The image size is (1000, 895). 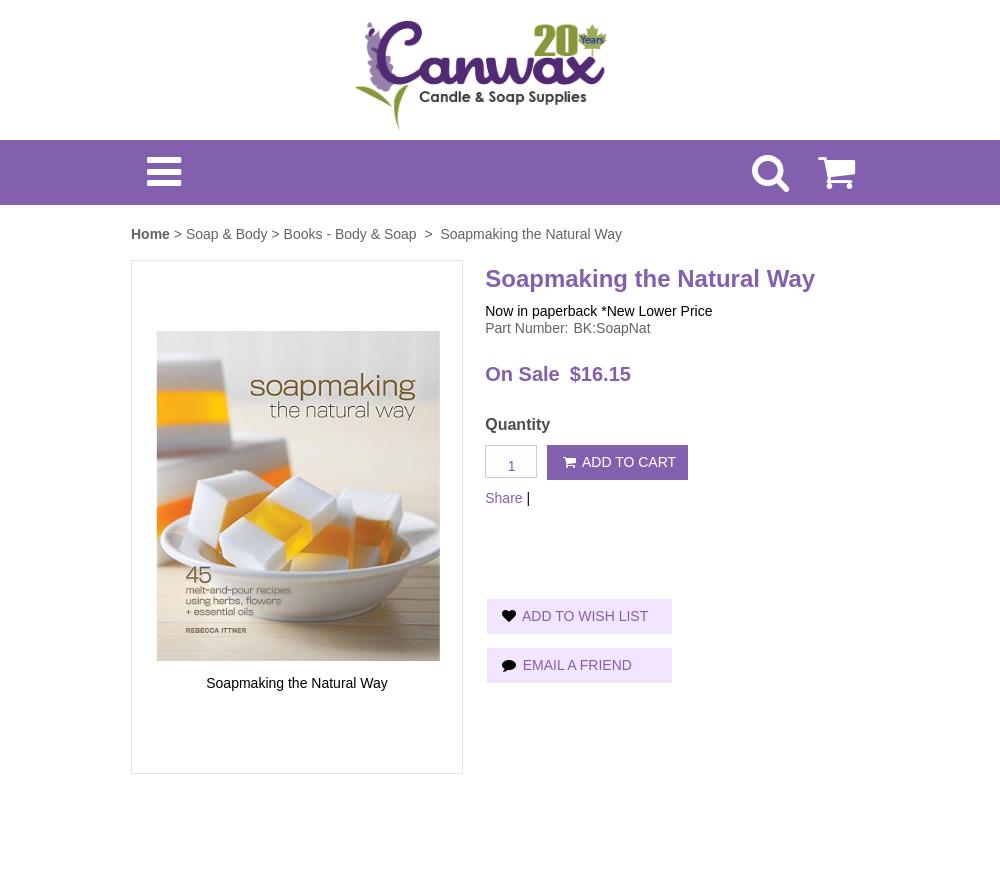 I want to click on '>  Soapmaking the Natural Way', so click(x=518, y=234).